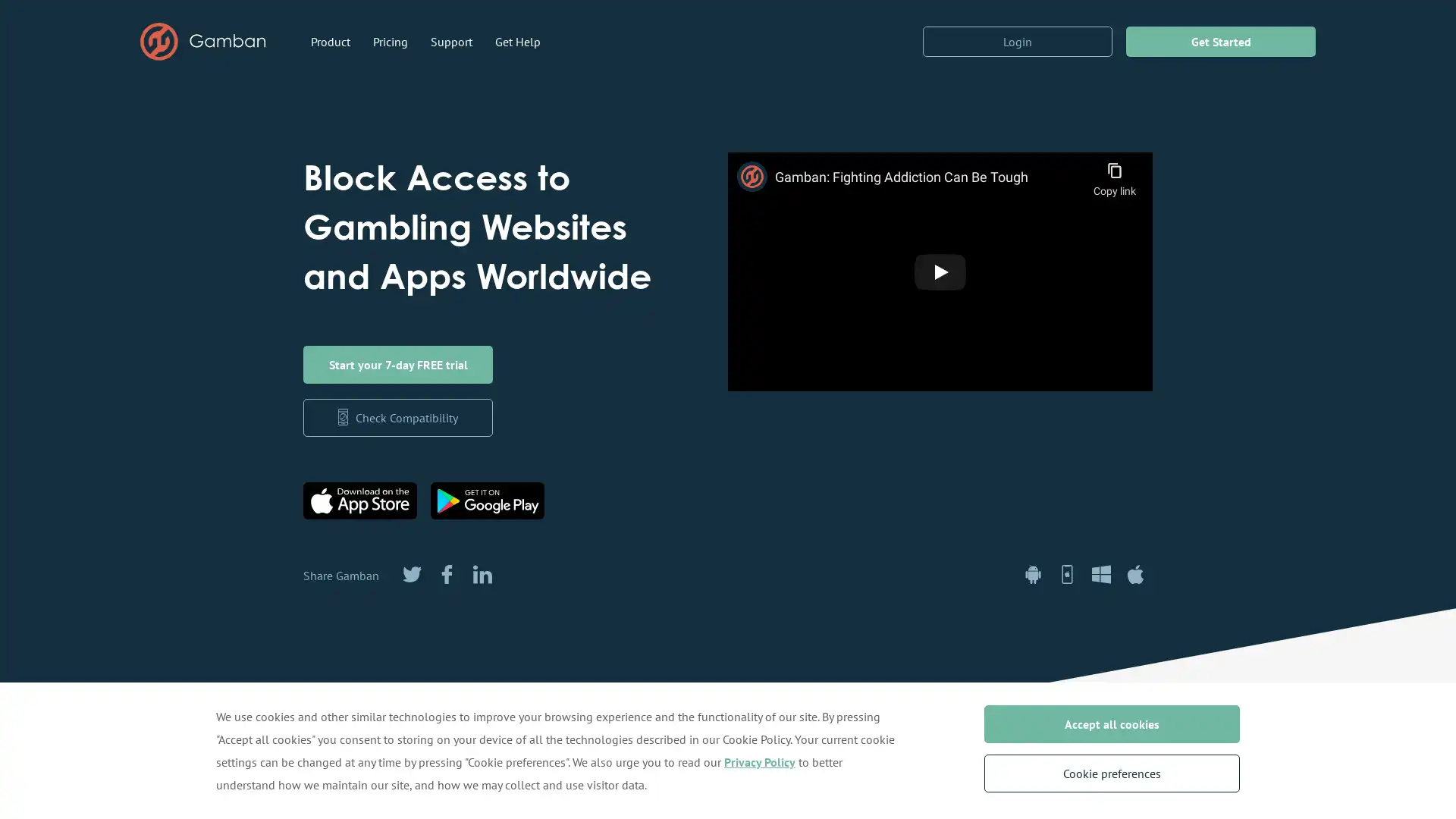  I want to click on Get Started, so click(1220, 40).